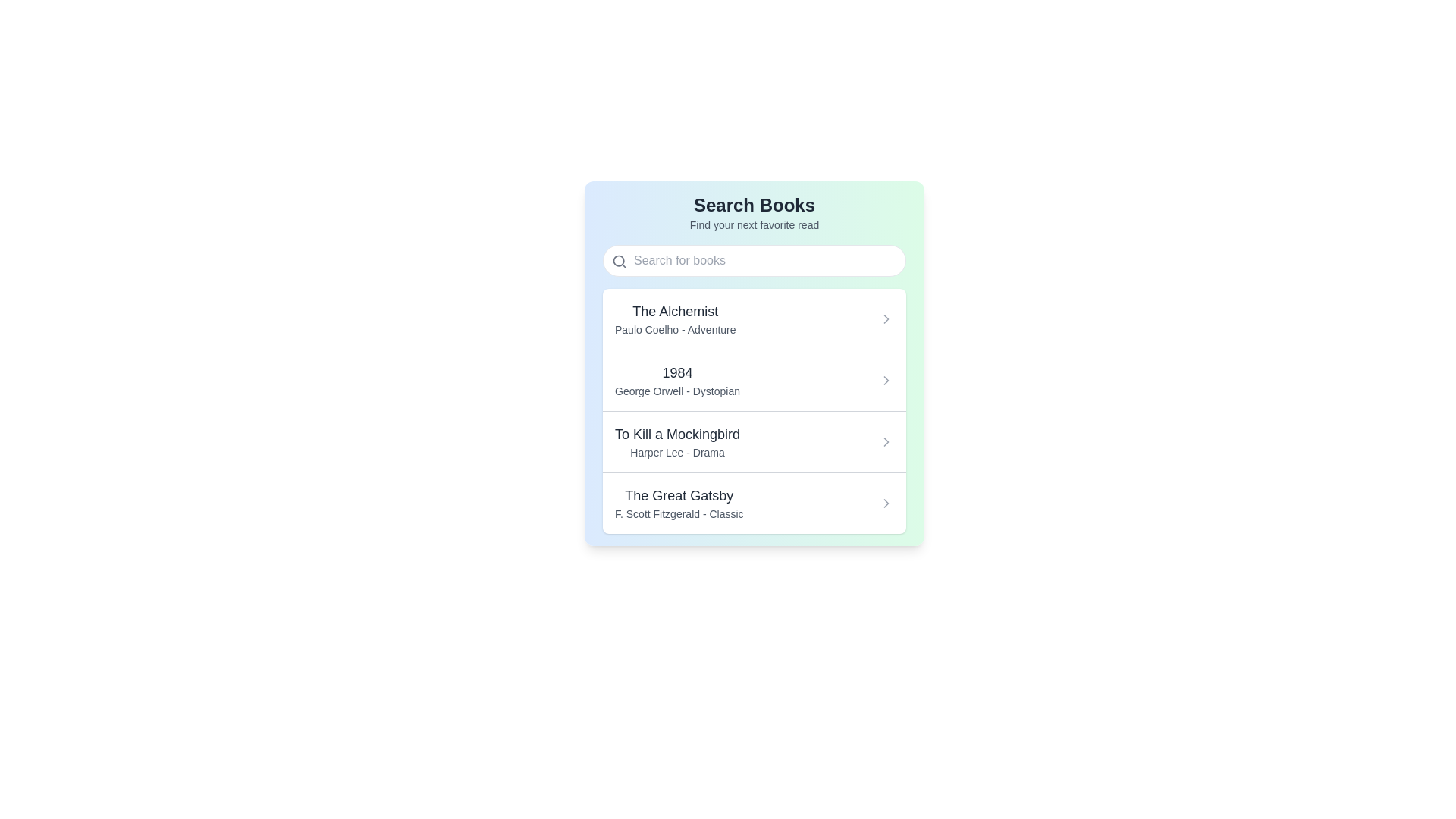 The width and height of the screenshot is (1456, 819). I want to click on the triangular right arrow icon used for navigation, located to the right of the text '1984', so click(886, 379).